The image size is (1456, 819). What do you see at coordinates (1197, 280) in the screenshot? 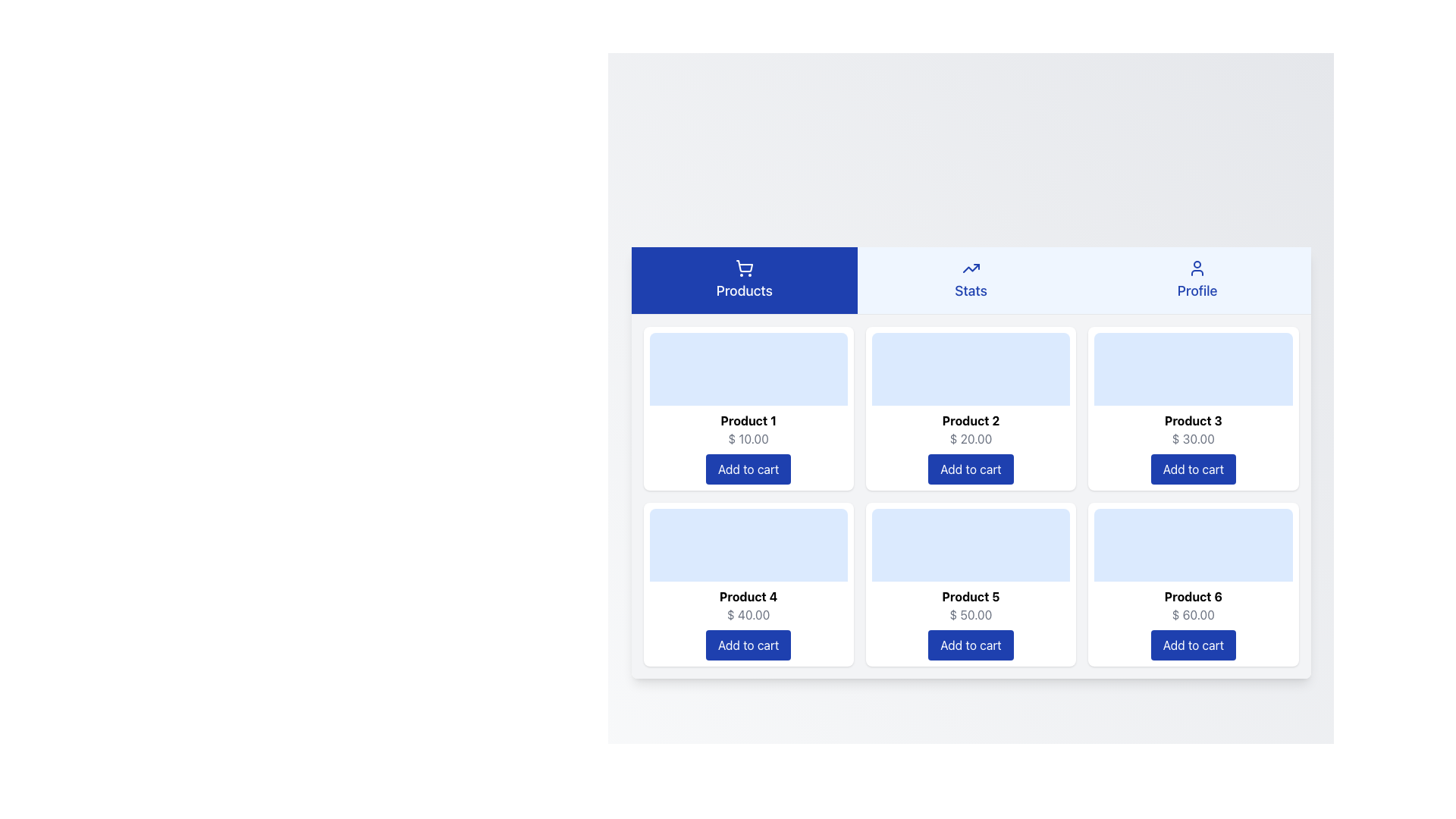
I see `the 'Profile' navigation menu item, which features a blue user silhouette icon and bold blue text on a light blue background` at bounding box center [1197, 280].